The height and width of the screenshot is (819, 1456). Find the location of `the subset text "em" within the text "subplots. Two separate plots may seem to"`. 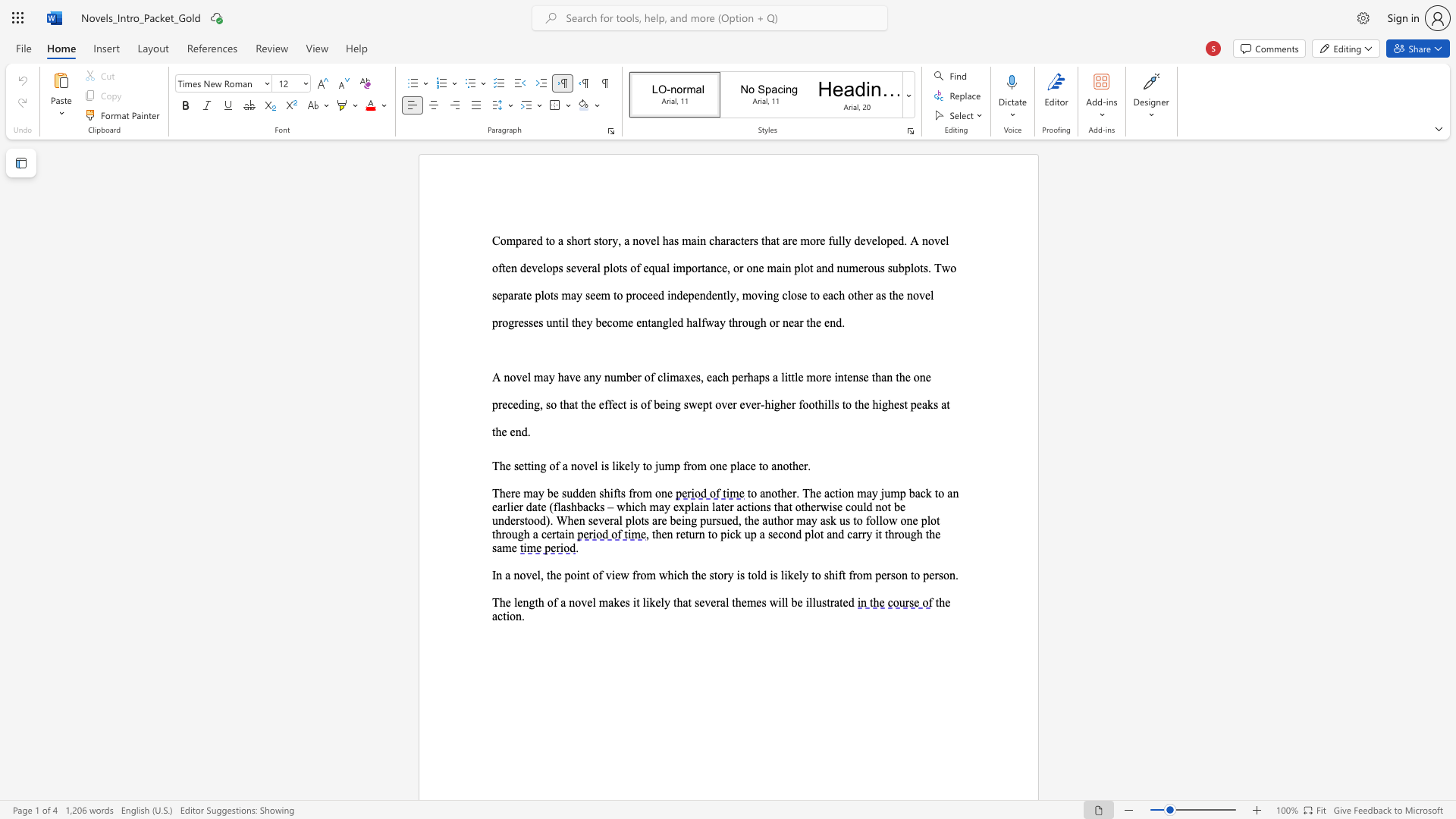

the subset text "em" within the text "subplots. Two separate plots may seem to" is located at coordinates (595, 295).